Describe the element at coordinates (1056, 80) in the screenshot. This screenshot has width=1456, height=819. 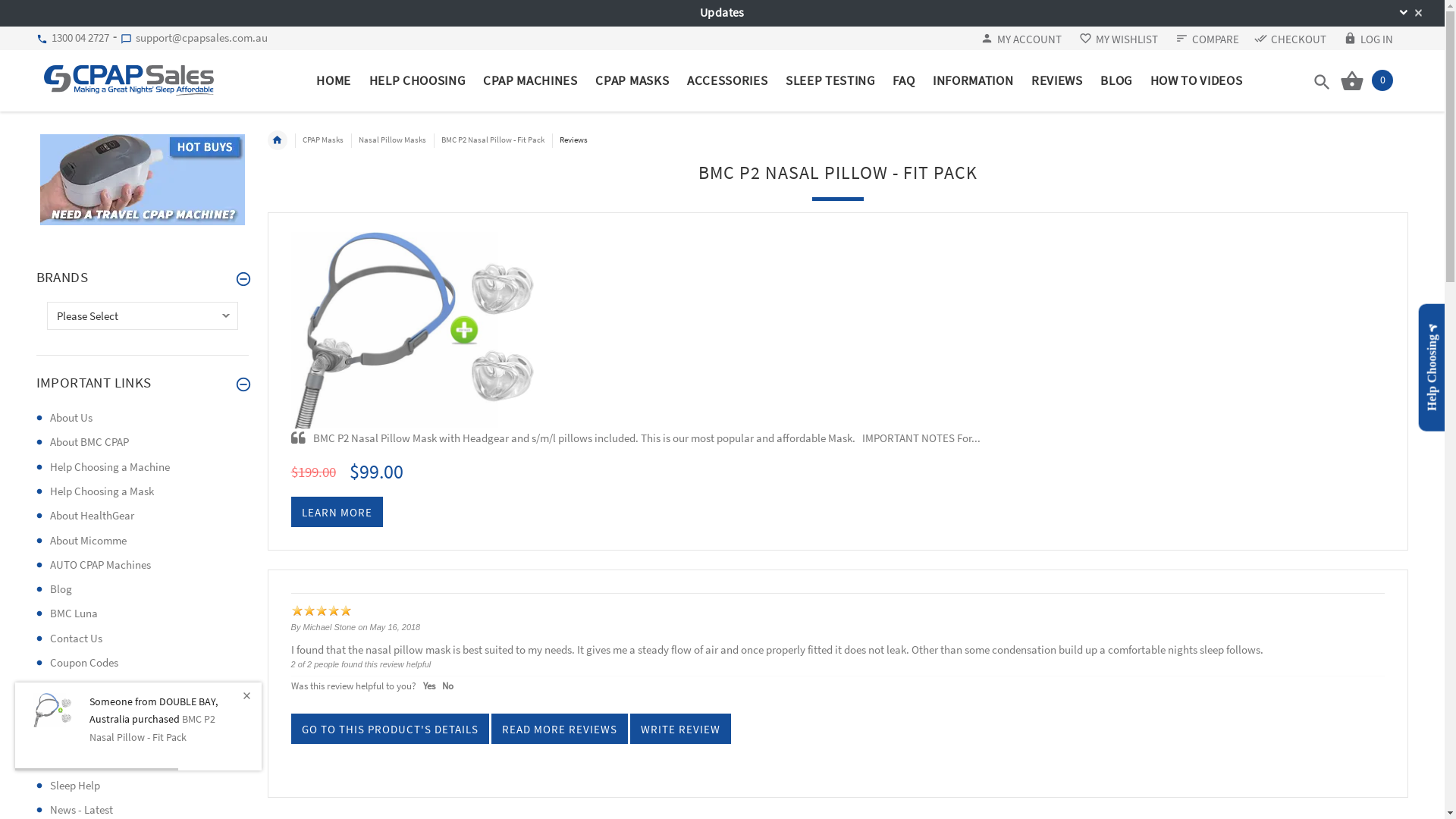
I see `'REVIEWS'` at that location.